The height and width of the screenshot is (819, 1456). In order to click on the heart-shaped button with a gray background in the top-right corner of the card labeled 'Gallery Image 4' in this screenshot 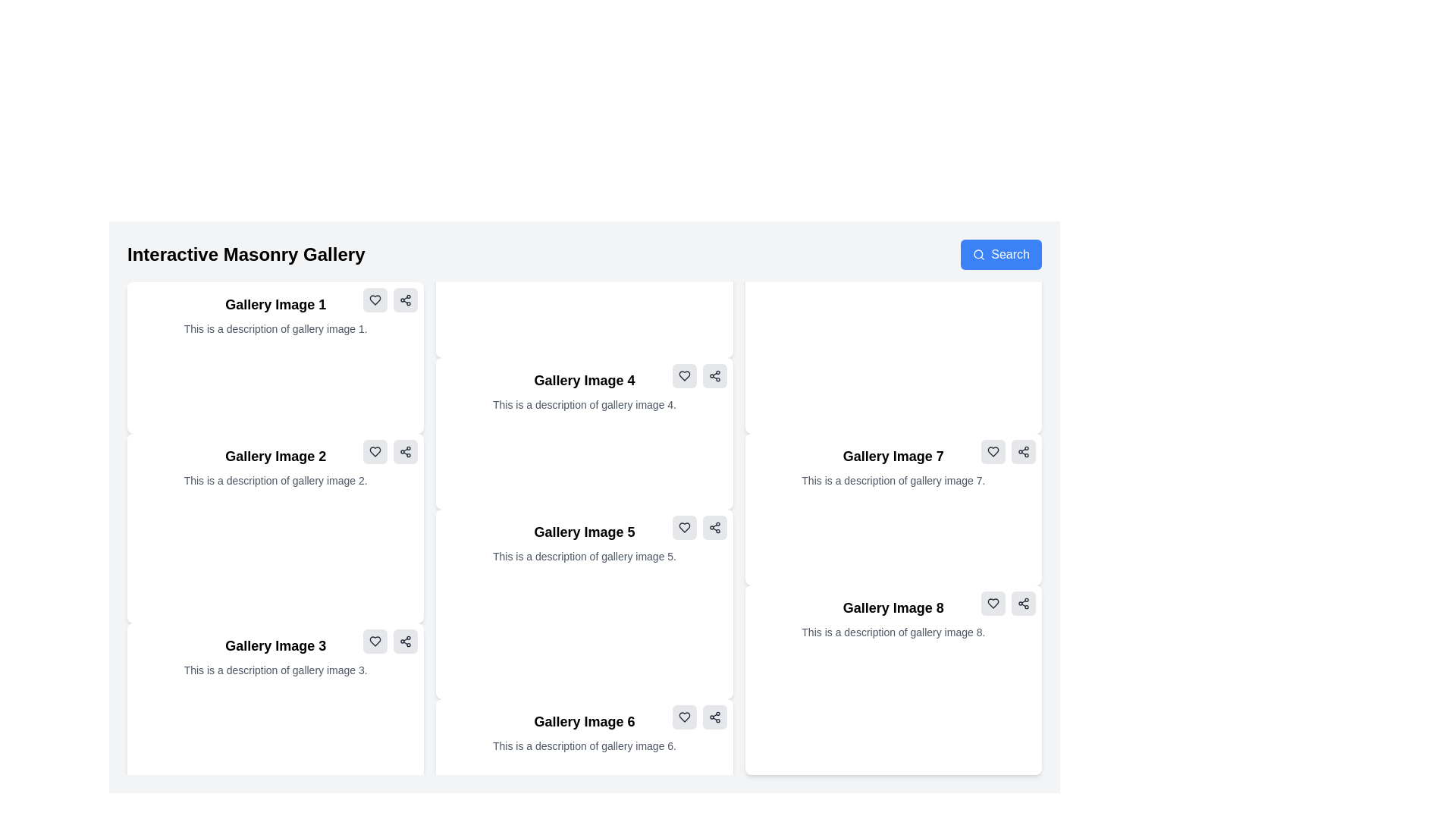, I will do `click(683, 375)`.